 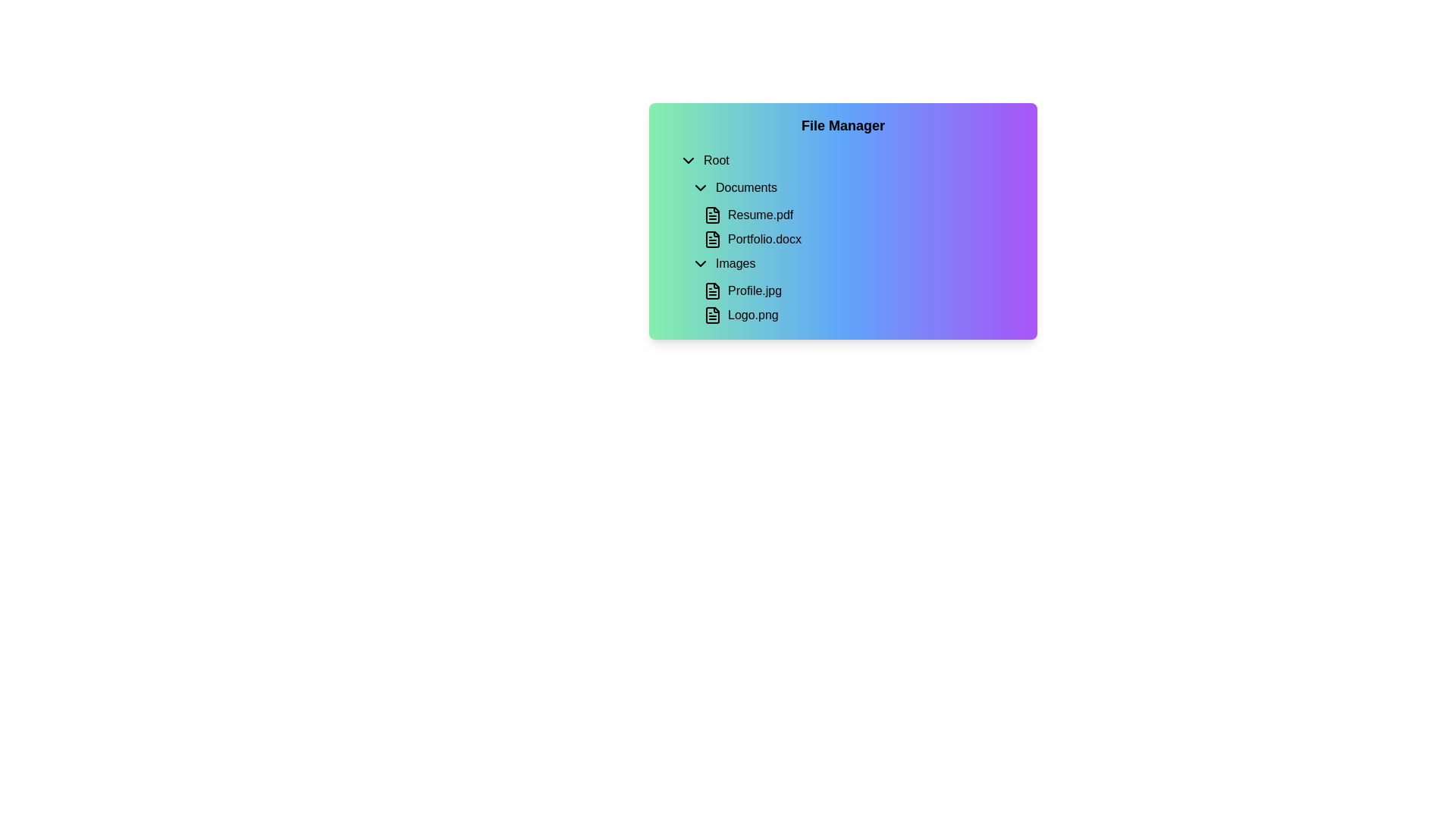 What do you see at coordinates (861, 291) in the screenshot?
I see `the 'Profile.jpg' file entry item in the file manager` at bounding box center [861, 291].